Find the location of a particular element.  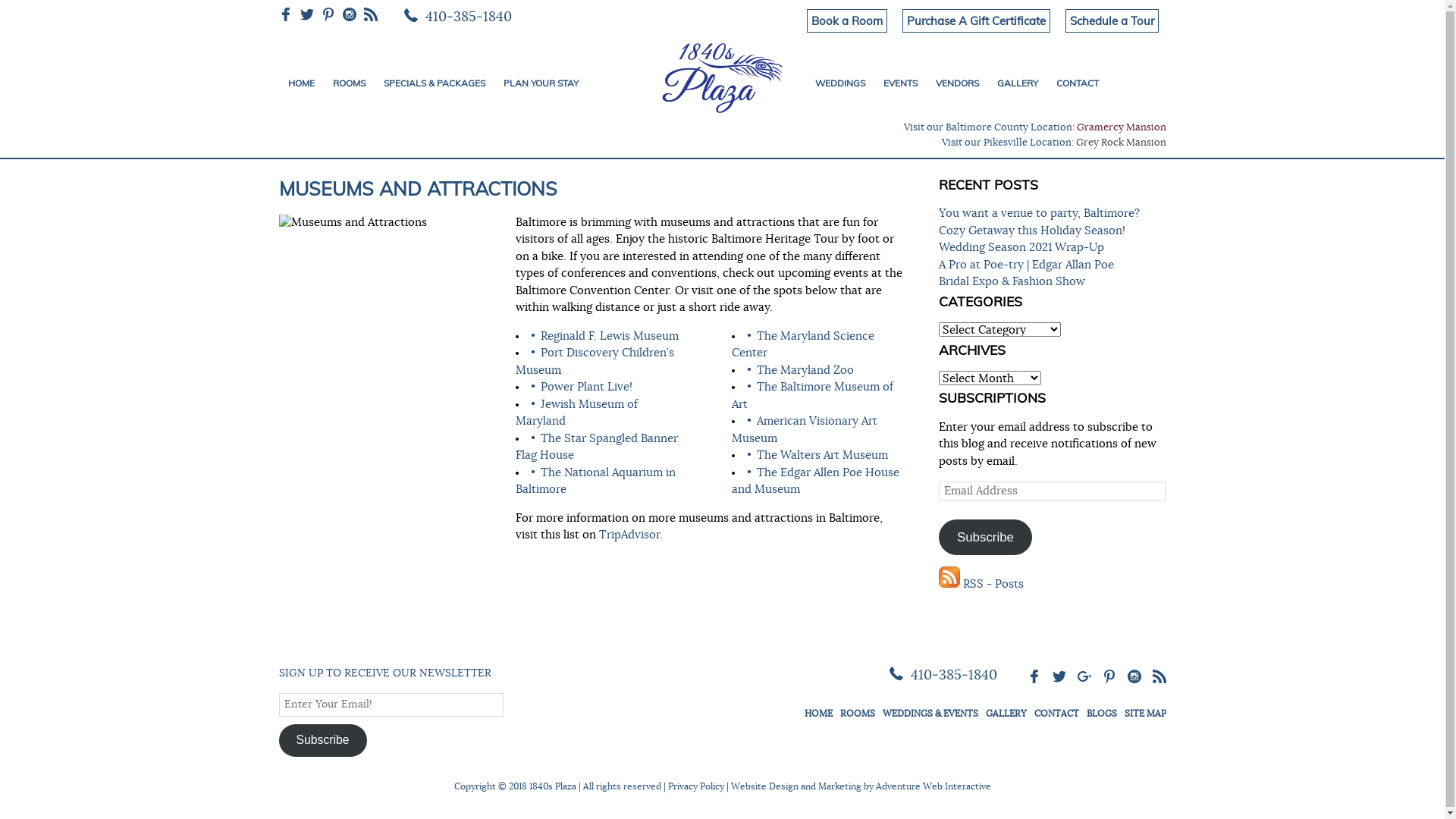

'BLOGS' is located at coordinates (1084, 713).